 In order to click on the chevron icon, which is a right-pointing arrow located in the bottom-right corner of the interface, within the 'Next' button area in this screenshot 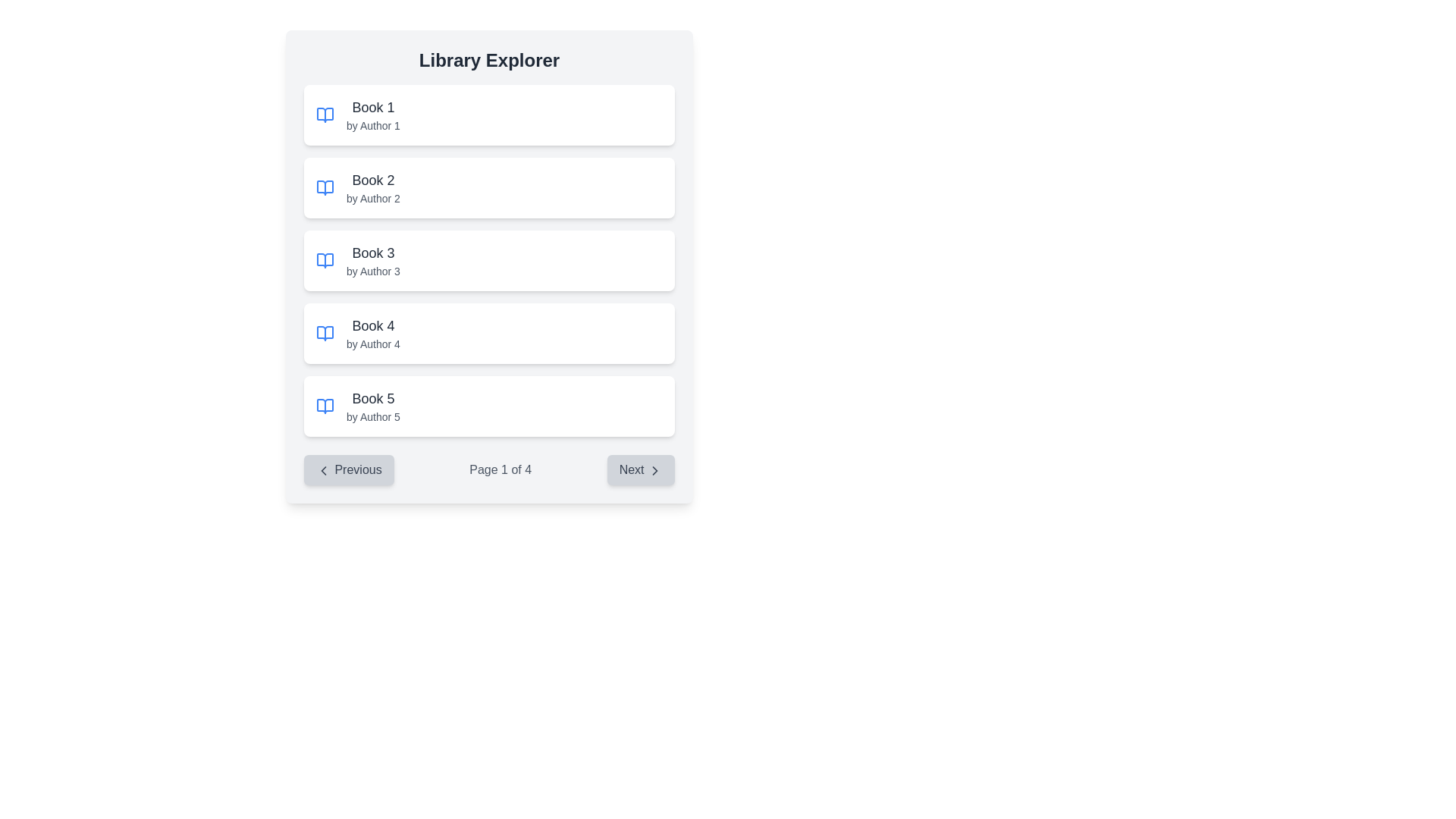, I will do `click(655, 469)`.